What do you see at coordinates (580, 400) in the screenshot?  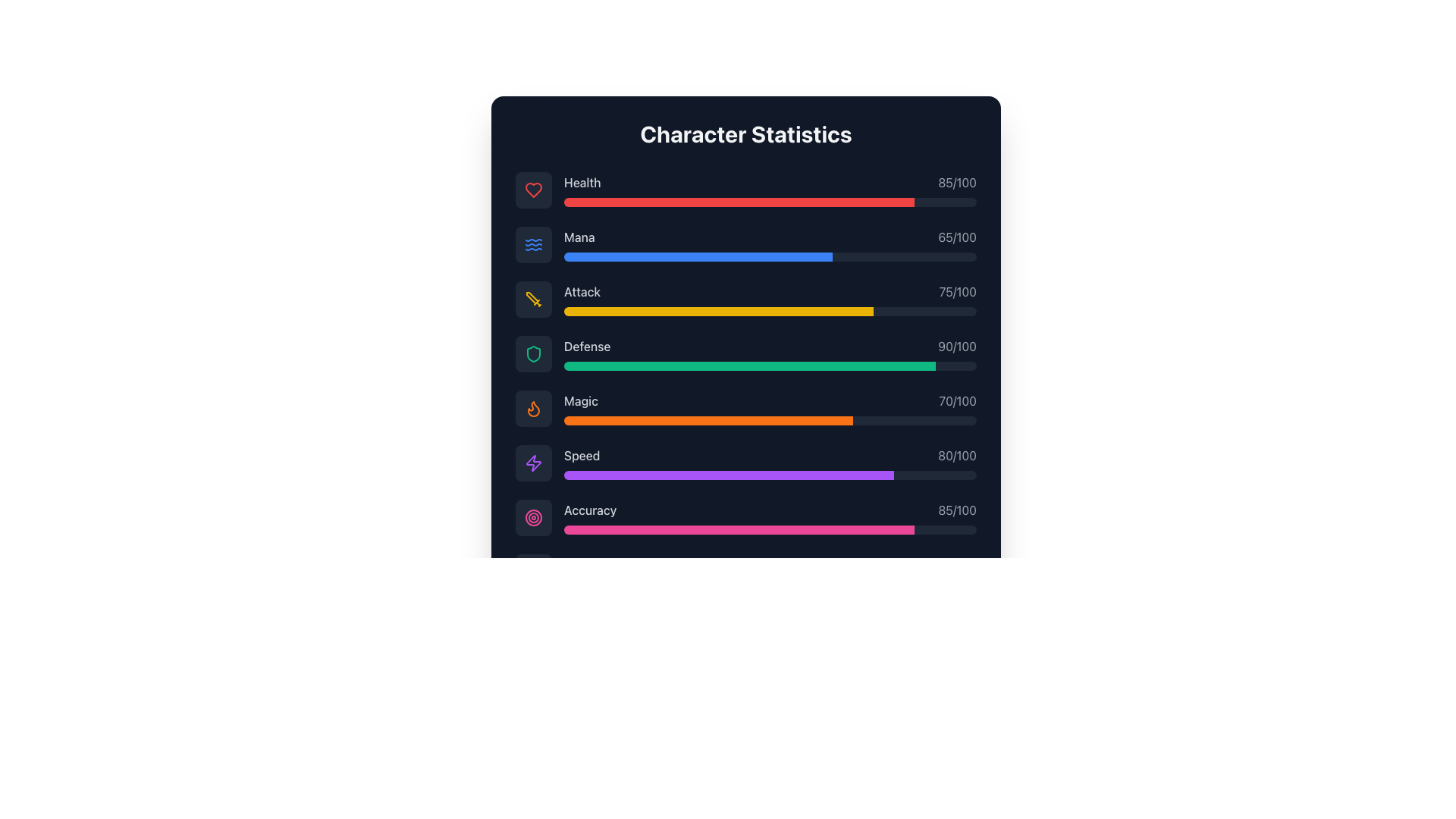 I see `the 'Magic' statistic label, which is the fifth entry in the vertical list of character statistics, located between 'Defense' and 'Speed'` at bounding box center [580, 400].